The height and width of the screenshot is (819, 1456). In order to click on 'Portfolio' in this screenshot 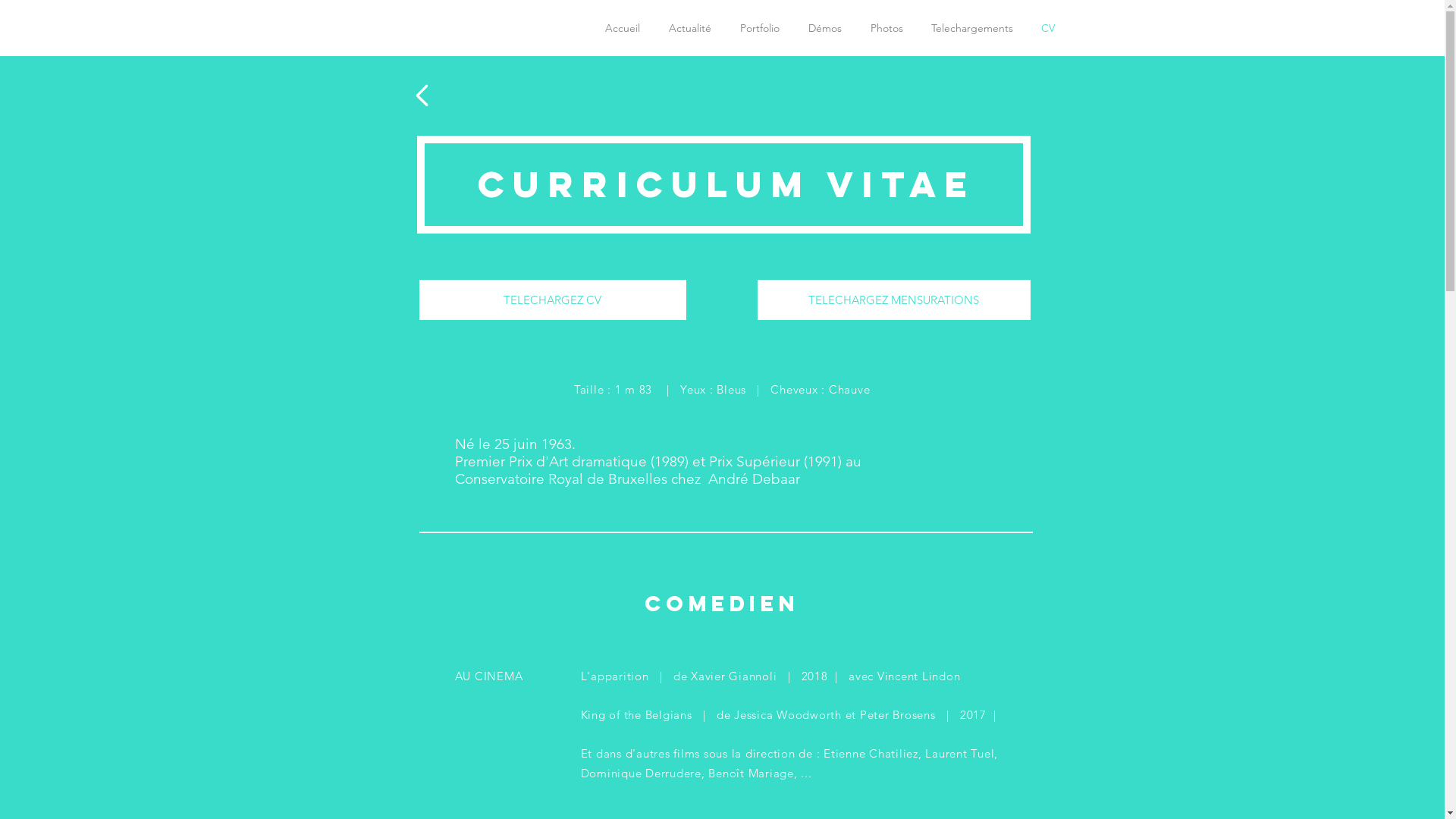, I will do `click(723, 28)`.